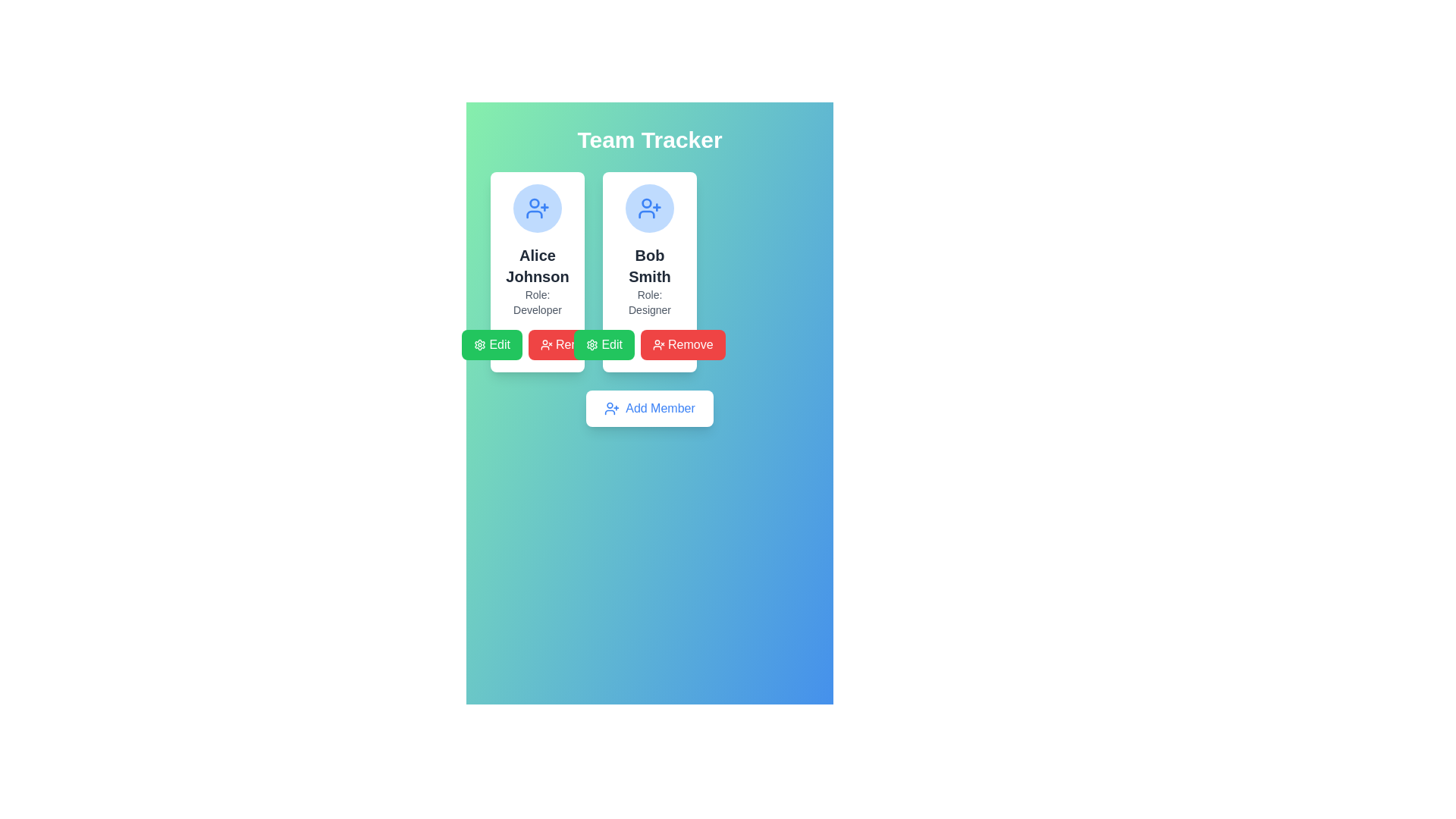  Describe the element at coordinates (647, 202) in the screenshot. I see `the small circular glyph indicating the add user function, located at the top center of the leftmost user profile icon under the 'Team Tracker' heading` at that location.